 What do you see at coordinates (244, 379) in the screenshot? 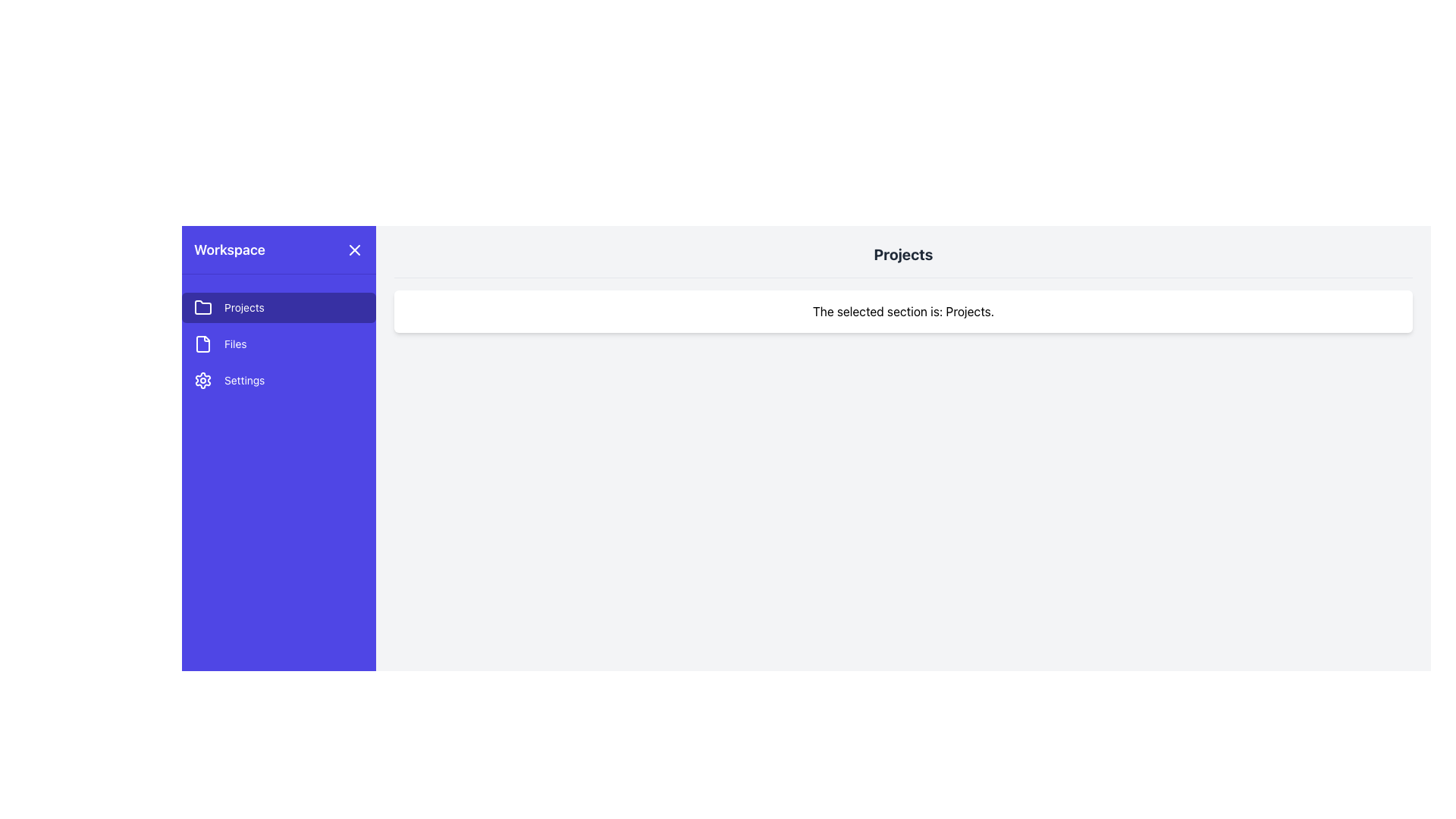
I see `the text label located below the 'Files' option in the left sidebar navigation panel` at bounding box center [244, 379].